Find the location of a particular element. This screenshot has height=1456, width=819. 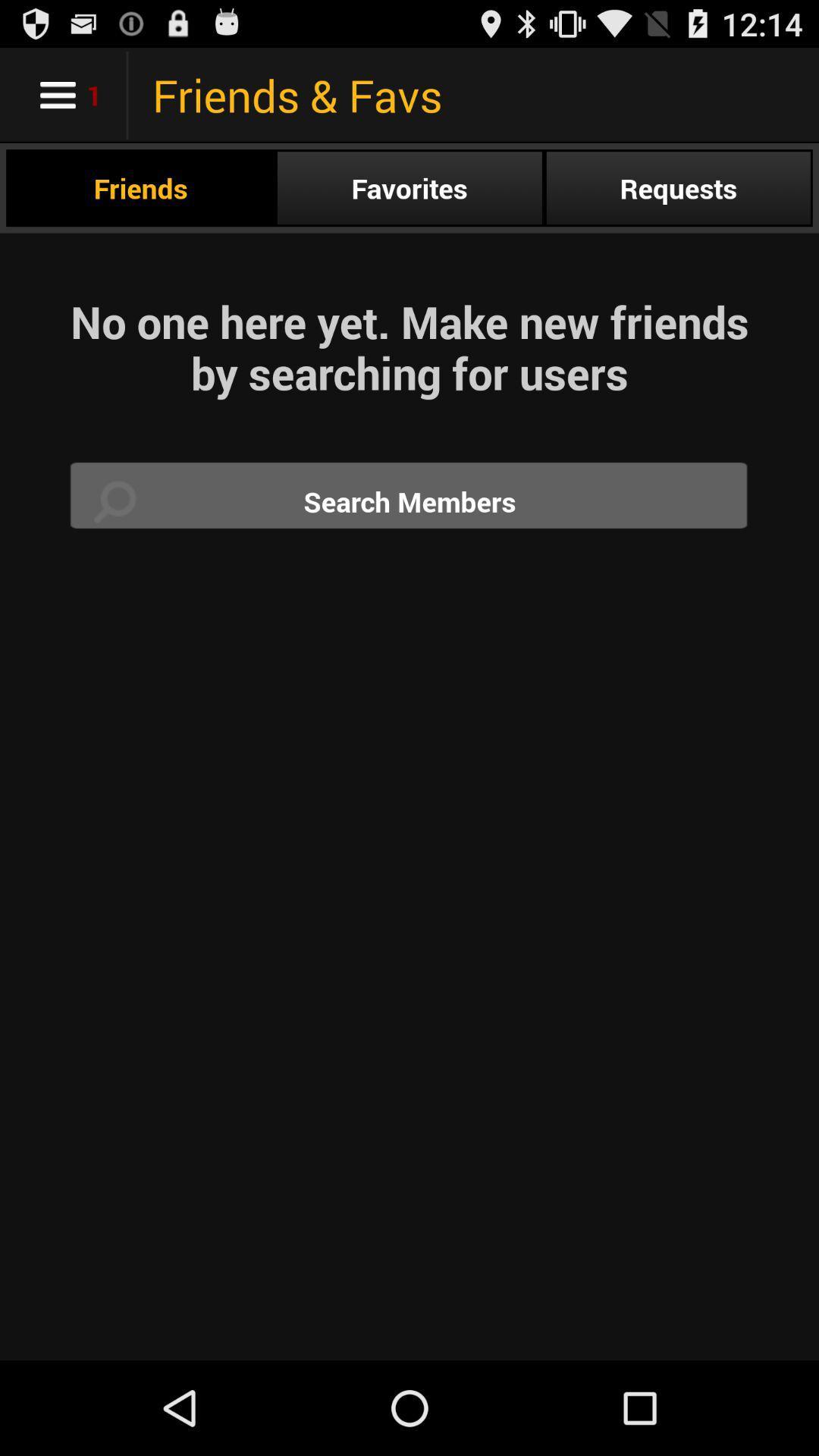

app above the no one here is located at coordinates (409, 187).